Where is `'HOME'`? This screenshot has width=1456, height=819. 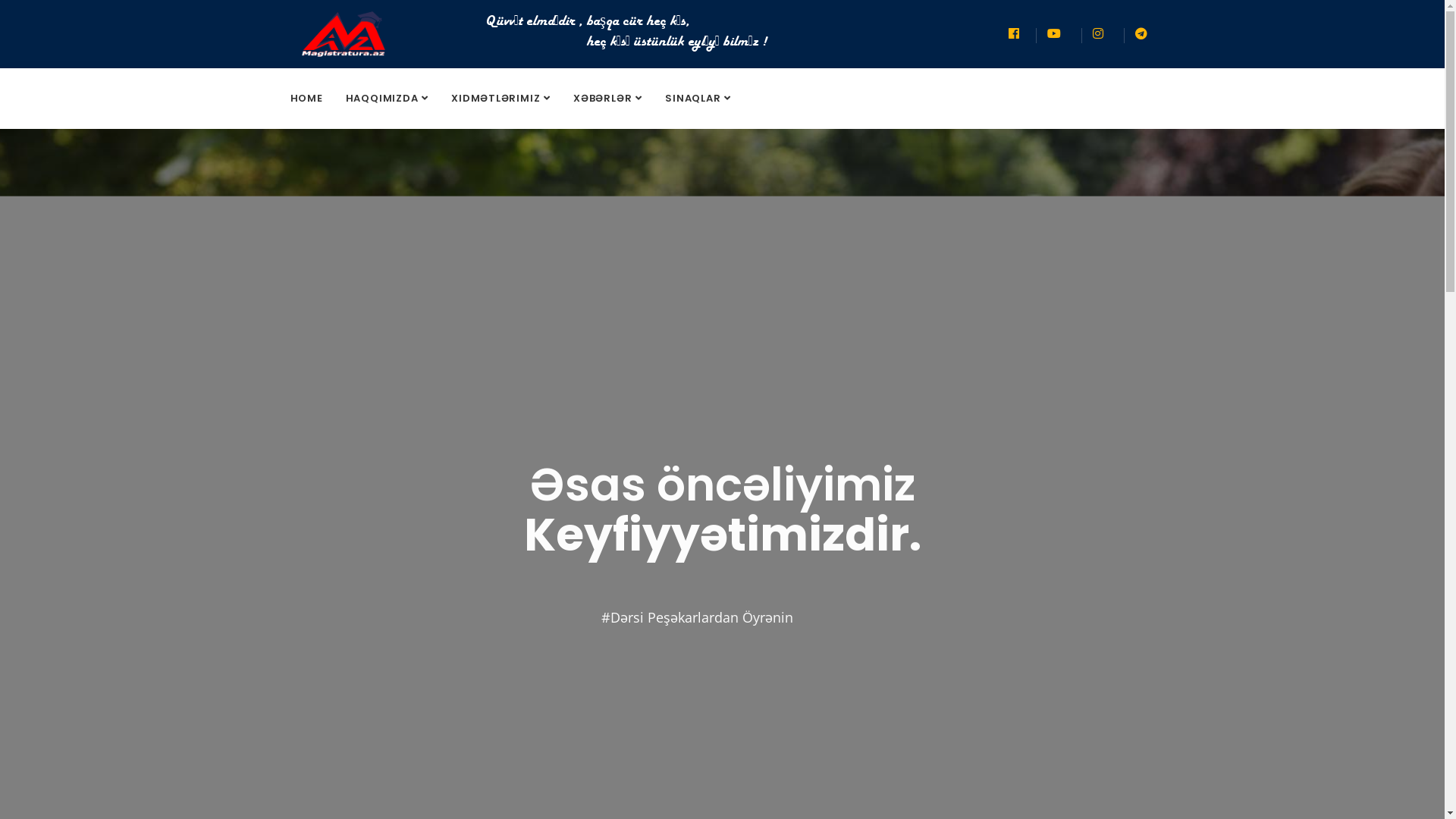
'HOME' is located at coordinates (306, 99).